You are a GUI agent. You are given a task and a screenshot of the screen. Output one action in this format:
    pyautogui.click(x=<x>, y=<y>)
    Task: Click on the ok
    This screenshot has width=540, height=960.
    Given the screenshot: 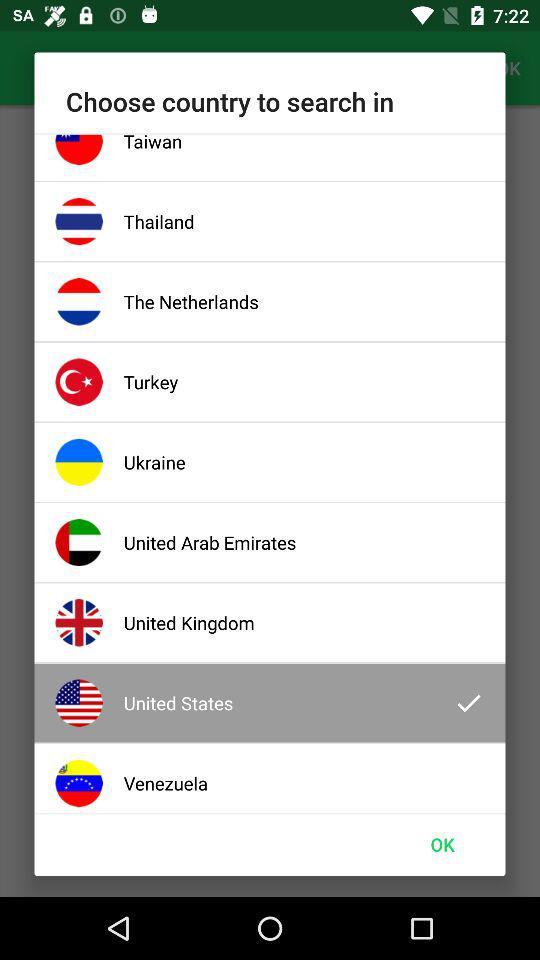 What is the action you would take?
    pyautogui.click(x=442, y=843)
    